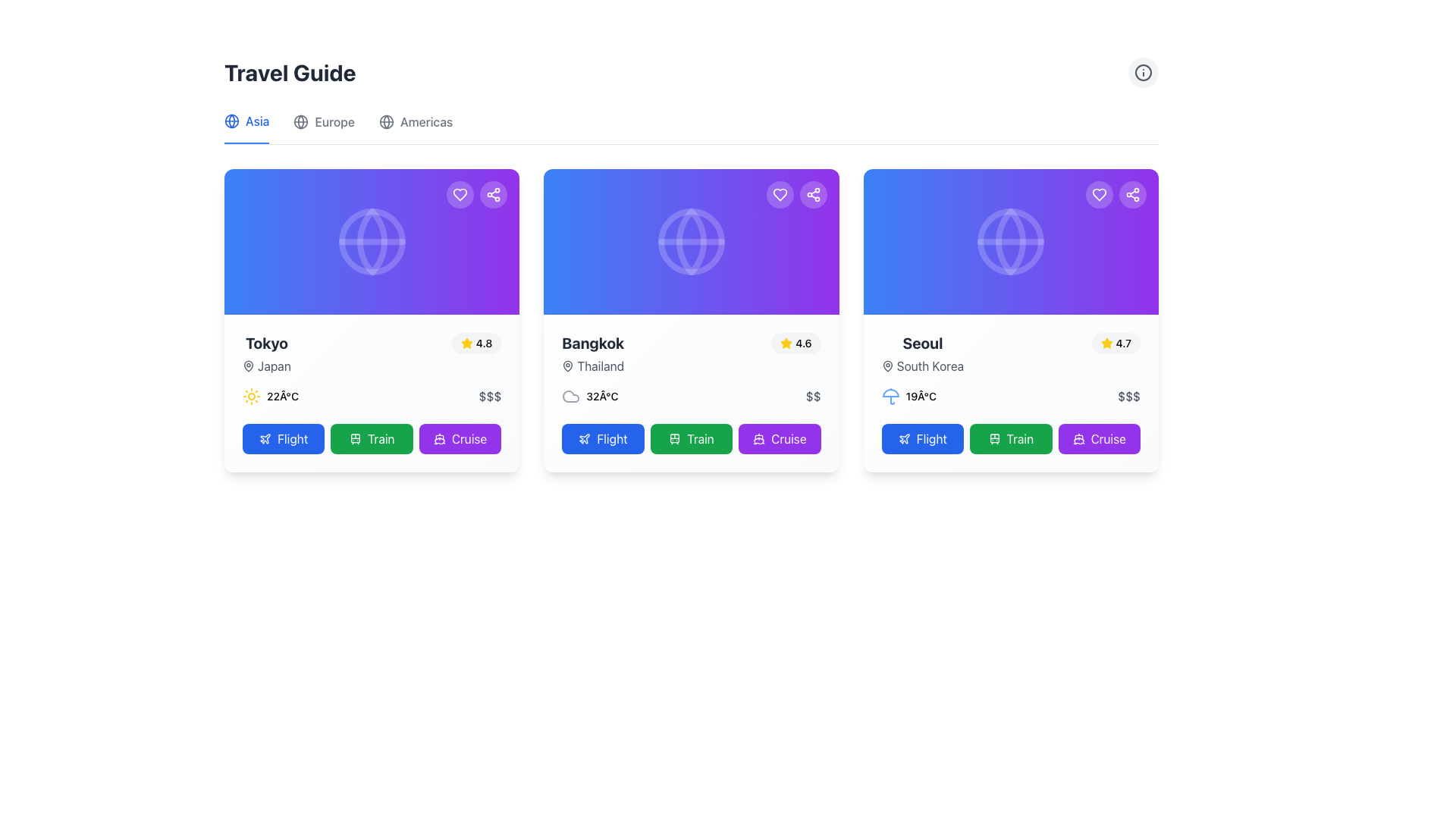 The width and height of the screenshot is (1456, 819). I want to click on the yellow star icon that is part of the rating system next to the rating value '4.7' on the trip planning interface for 'Seoul', so click(1106, 343).